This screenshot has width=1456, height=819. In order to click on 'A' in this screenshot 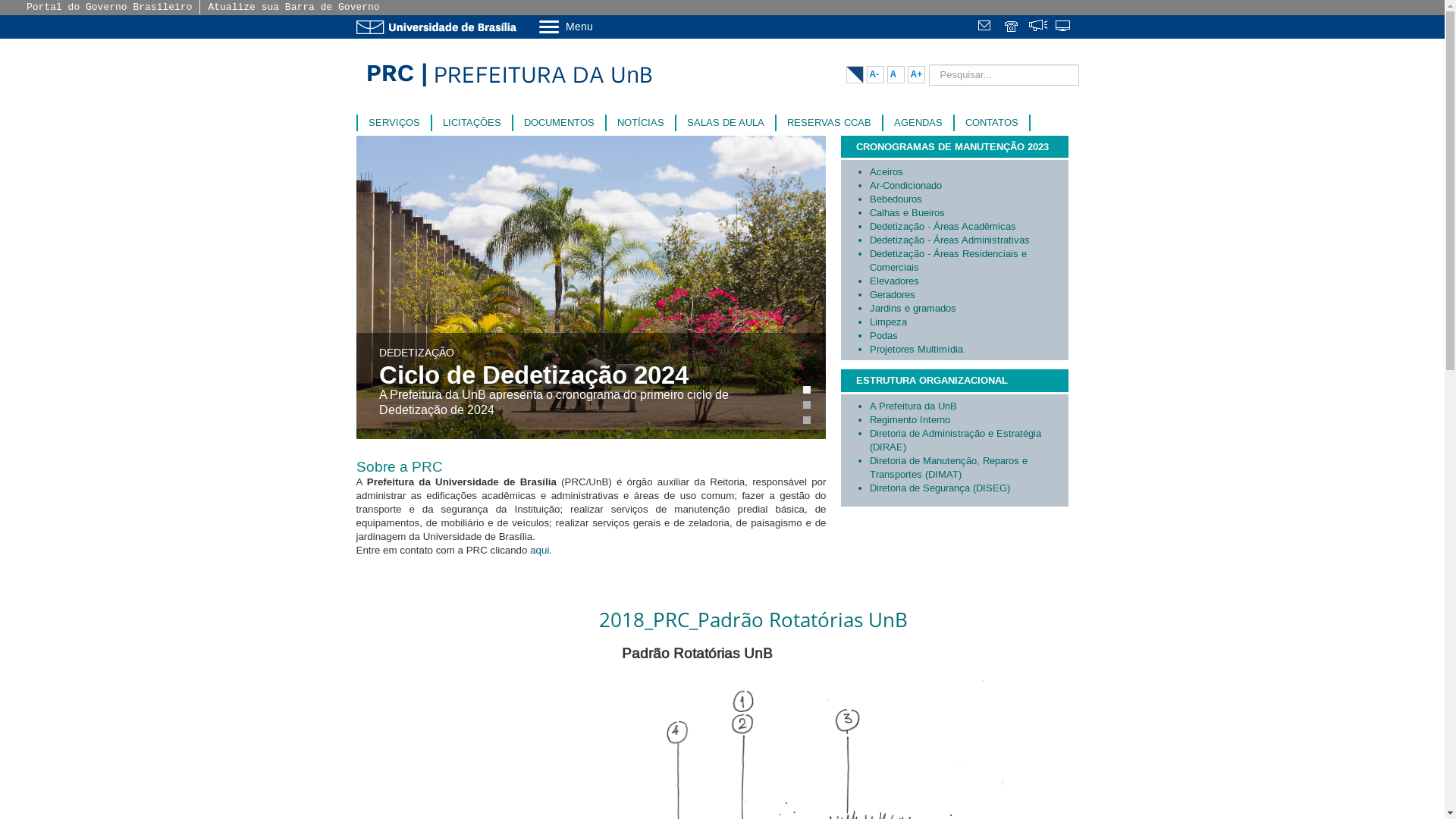, I will do `click(896, 74)`.